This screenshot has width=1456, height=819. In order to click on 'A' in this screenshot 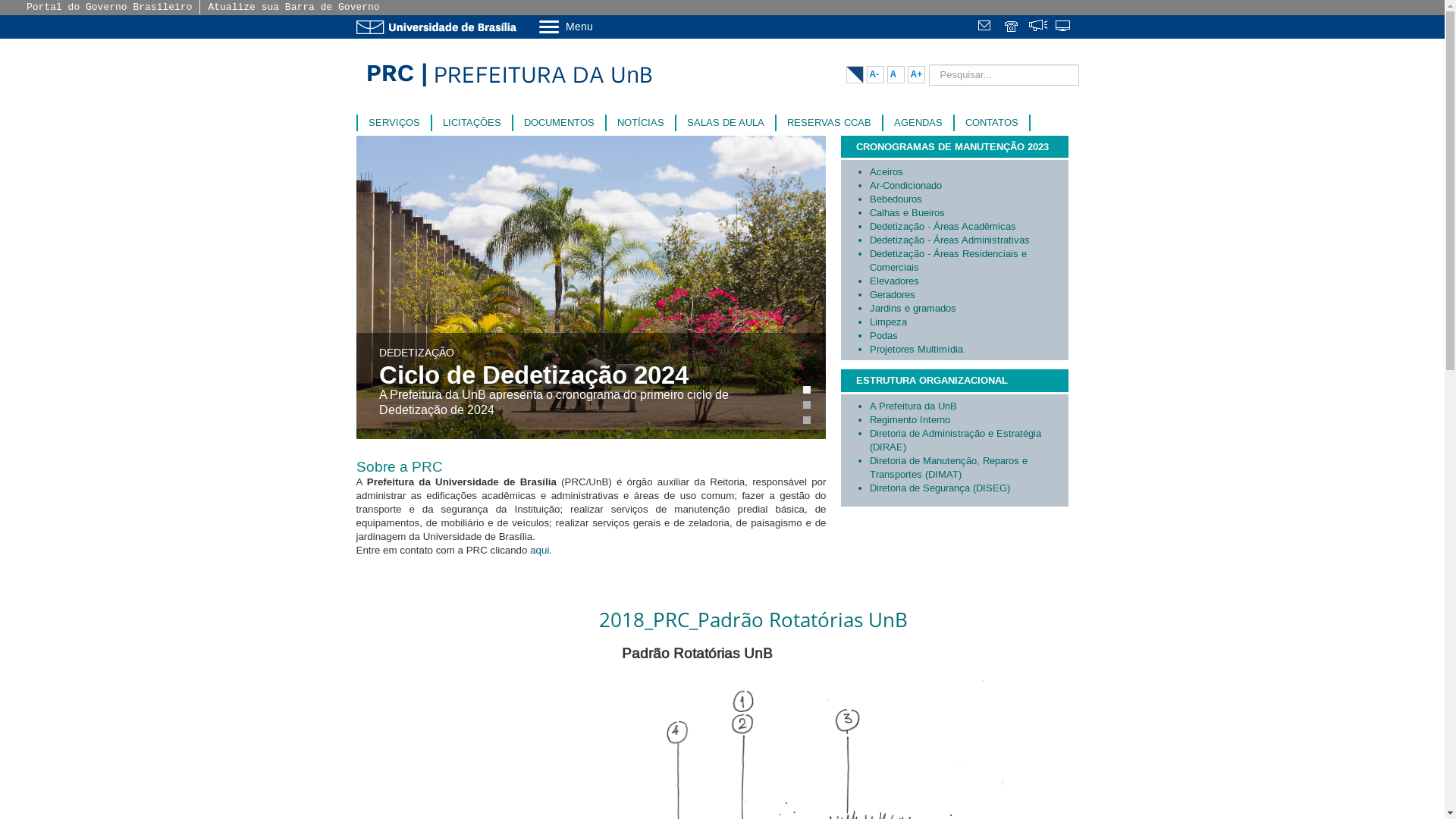, I will do `click(896, 74)`.